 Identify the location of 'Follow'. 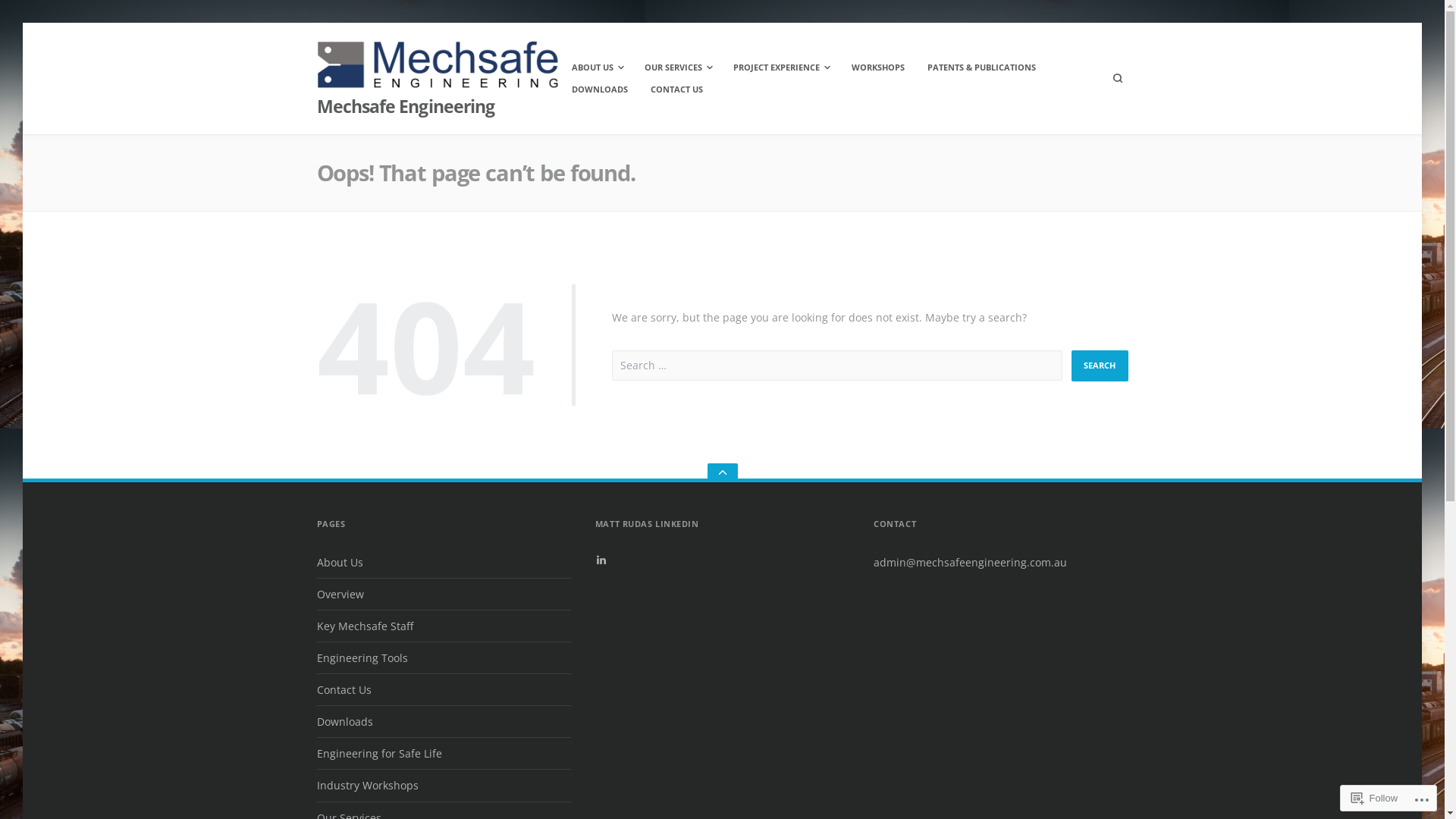
(1375, 797).